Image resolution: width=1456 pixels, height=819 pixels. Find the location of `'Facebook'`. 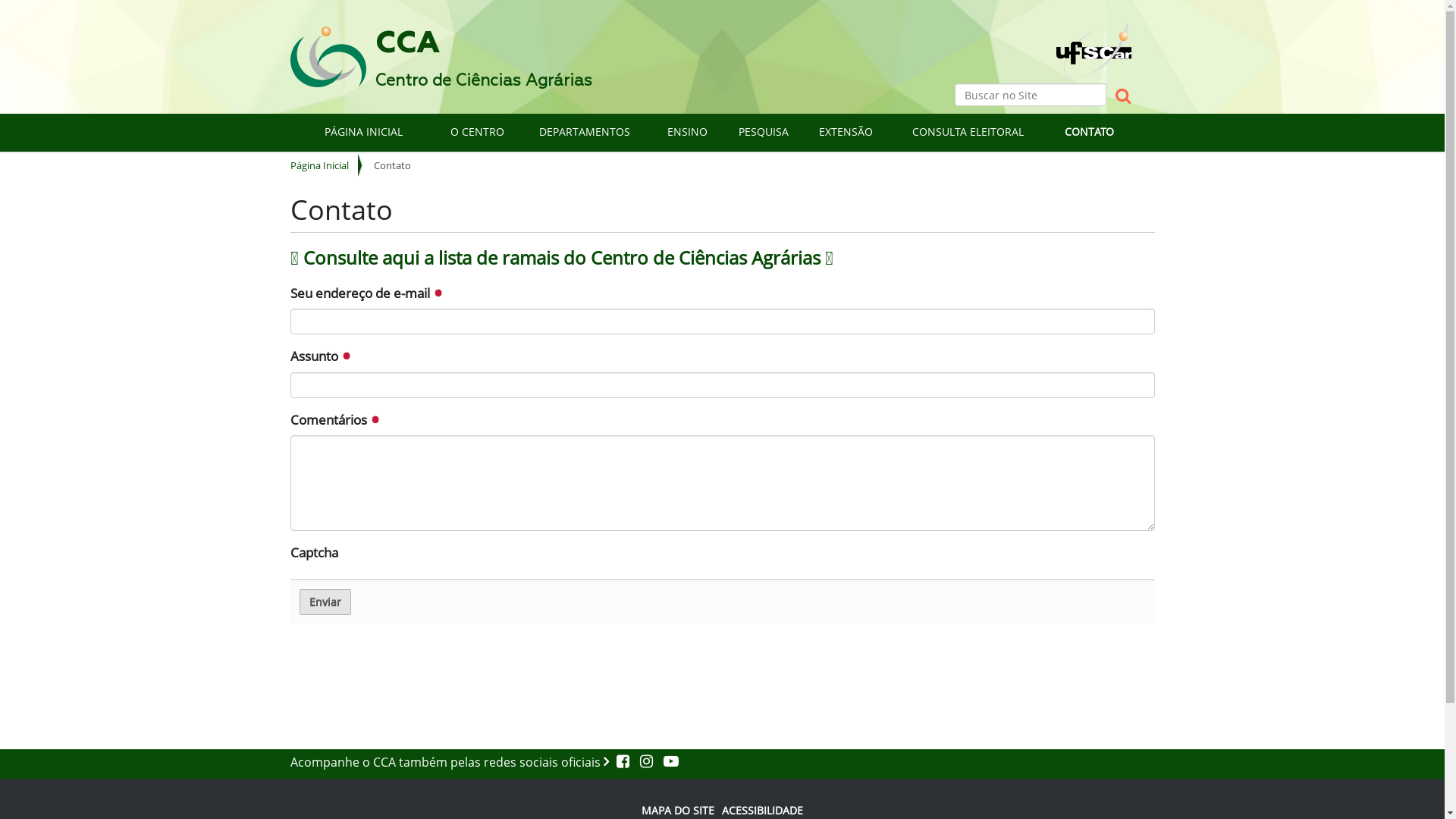

'Facebook' is located at coordinates (623, 762).